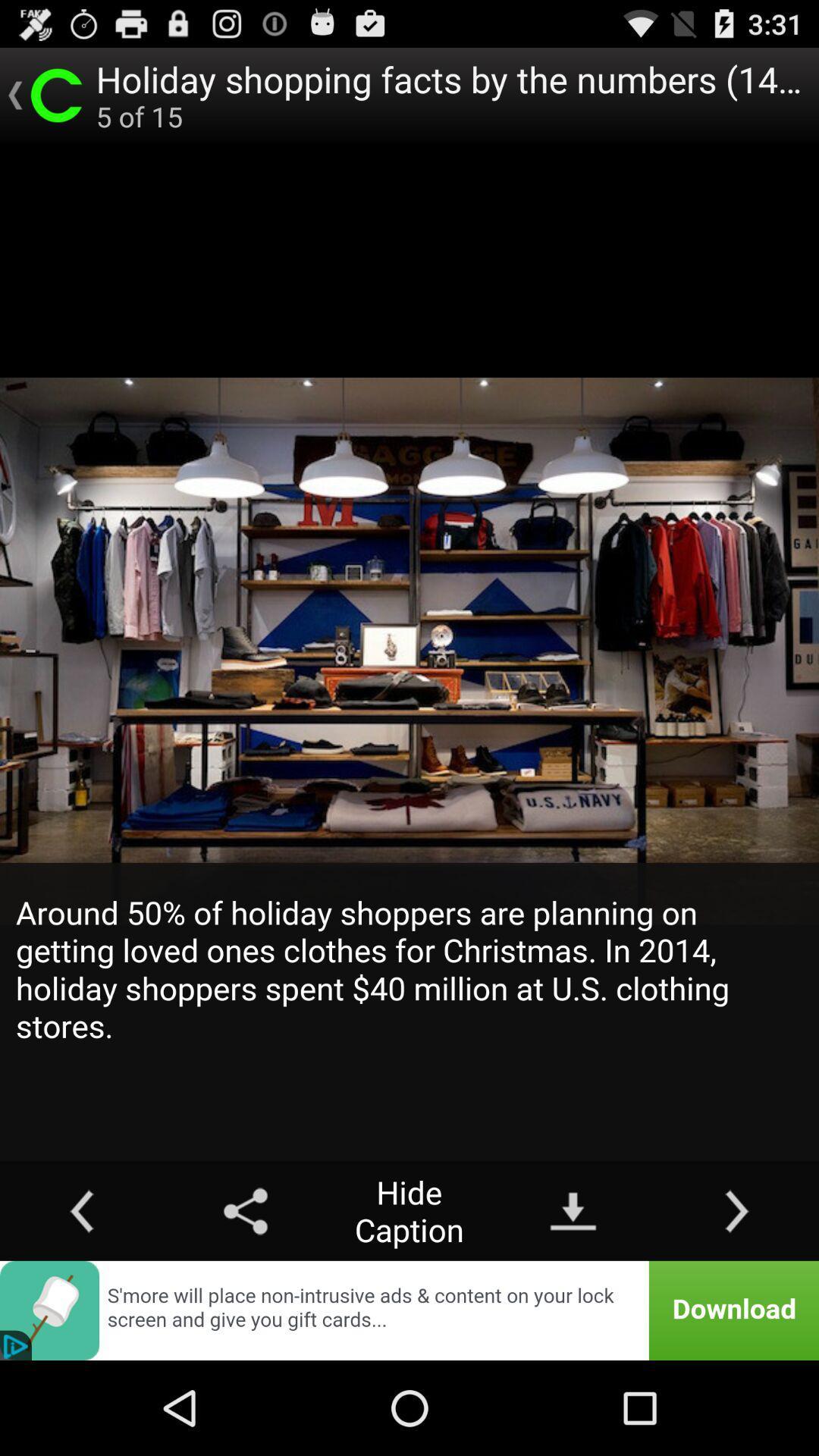 The width and height of the screenshot is (819, 1456). What do you see at coordinates (245, 1210) in the screenshot?
I see `button next to hide caption` at bounding box center [245, 1210].